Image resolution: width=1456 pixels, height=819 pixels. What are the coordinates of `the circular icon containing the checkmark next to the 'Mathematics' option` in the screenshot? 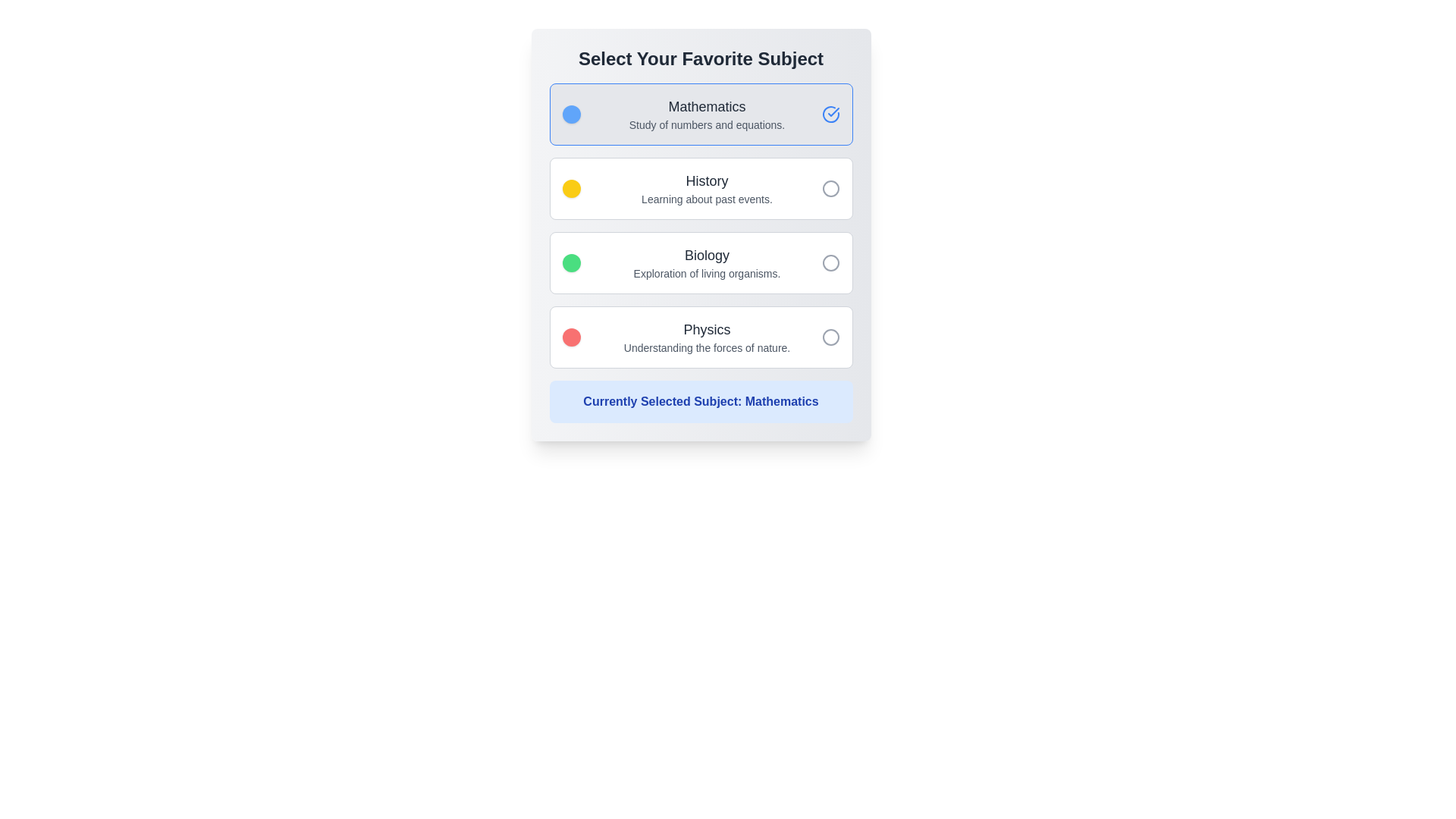 It's located at (833, 111).